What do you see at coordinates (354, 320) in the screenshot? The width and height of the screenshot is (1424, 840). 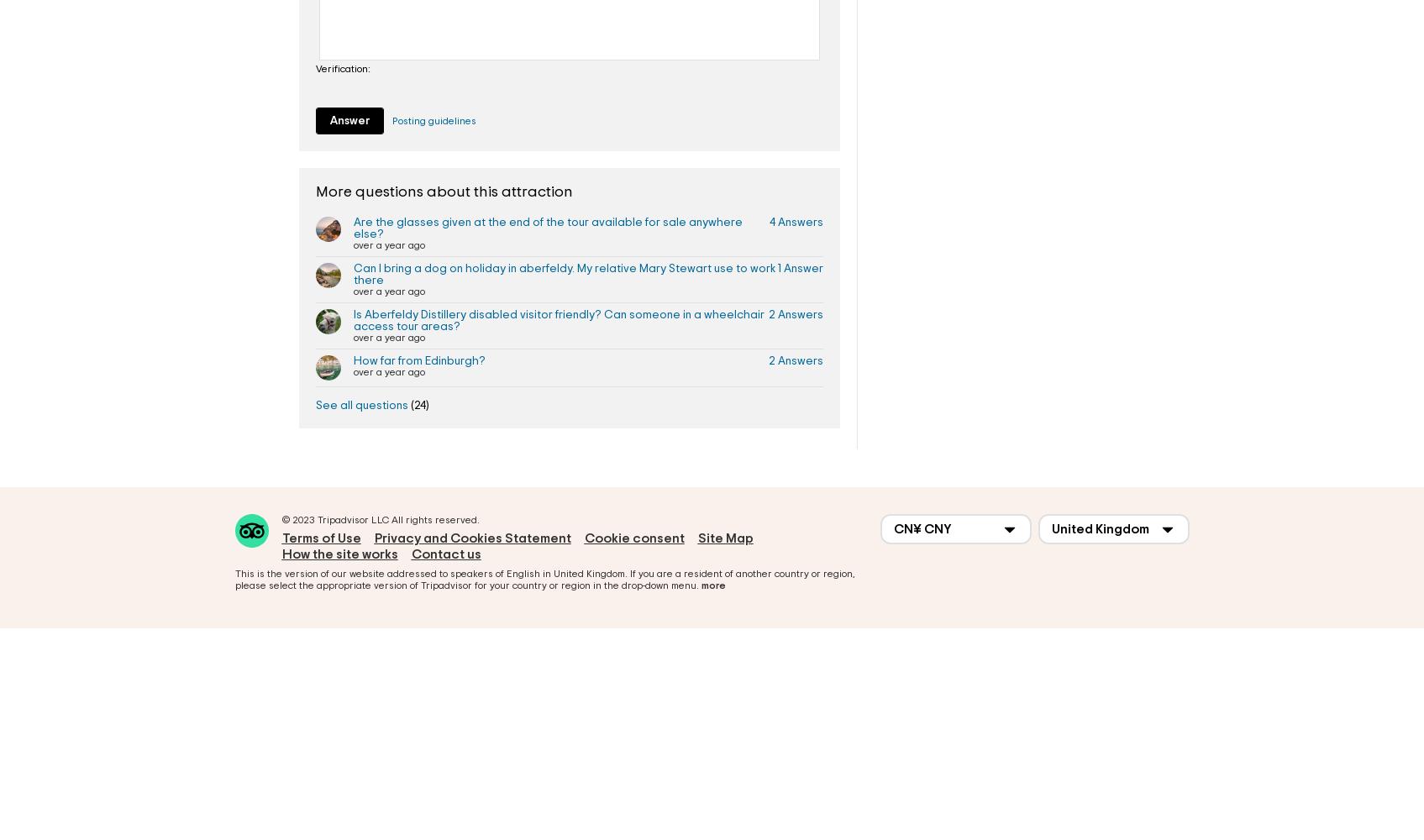 I see `'Is Aberfeldy Distillery disabled visitor friendly? Can someone in a wheelchair access tour areas?'` at bounding box center [354, 320].